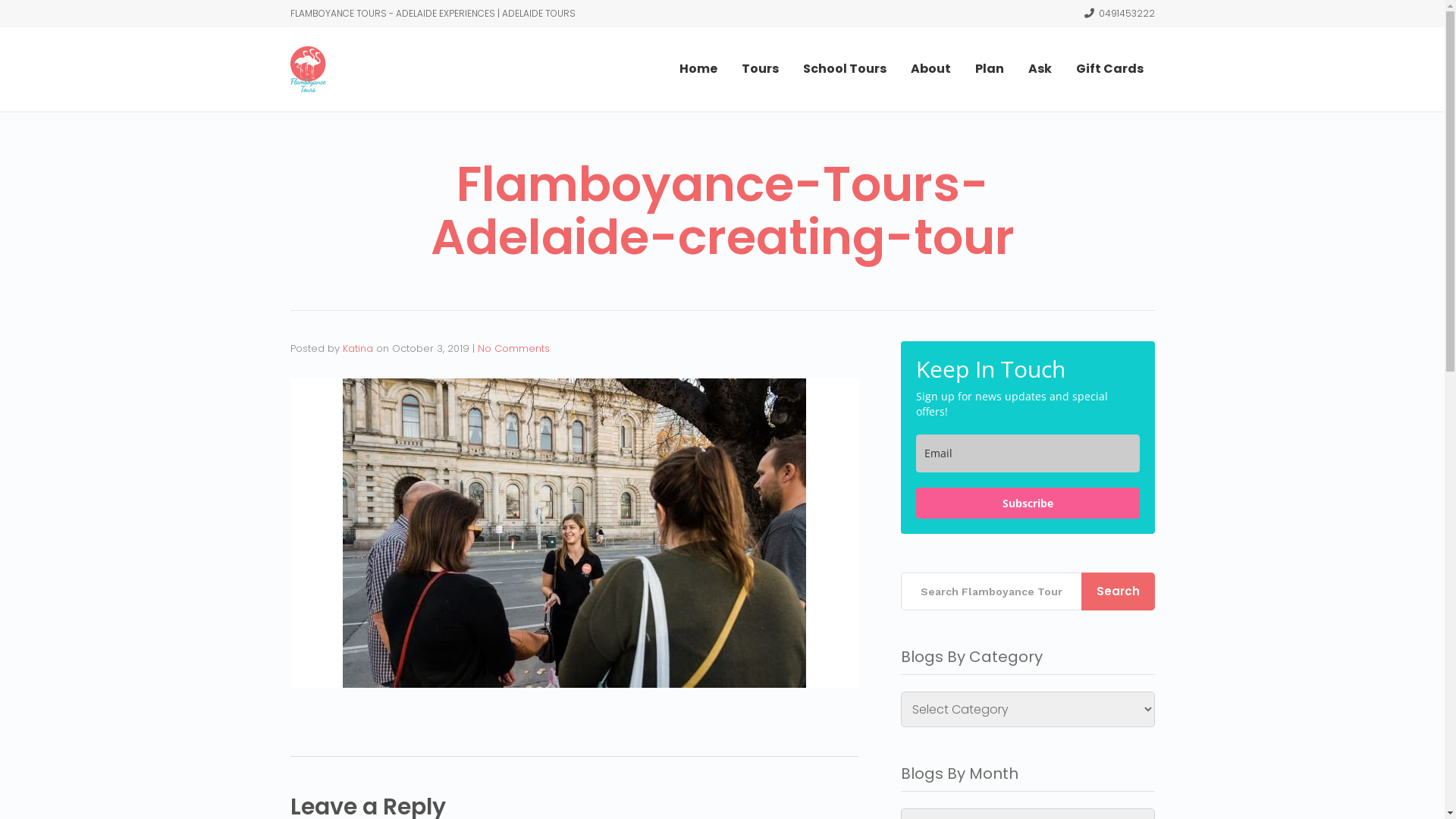 This screenshot has height=819, width=1456. What do you see at coordinates (1109, 69) in the screenshot?
I see `'Gift Cards'` at bounding box center [1109, 69].